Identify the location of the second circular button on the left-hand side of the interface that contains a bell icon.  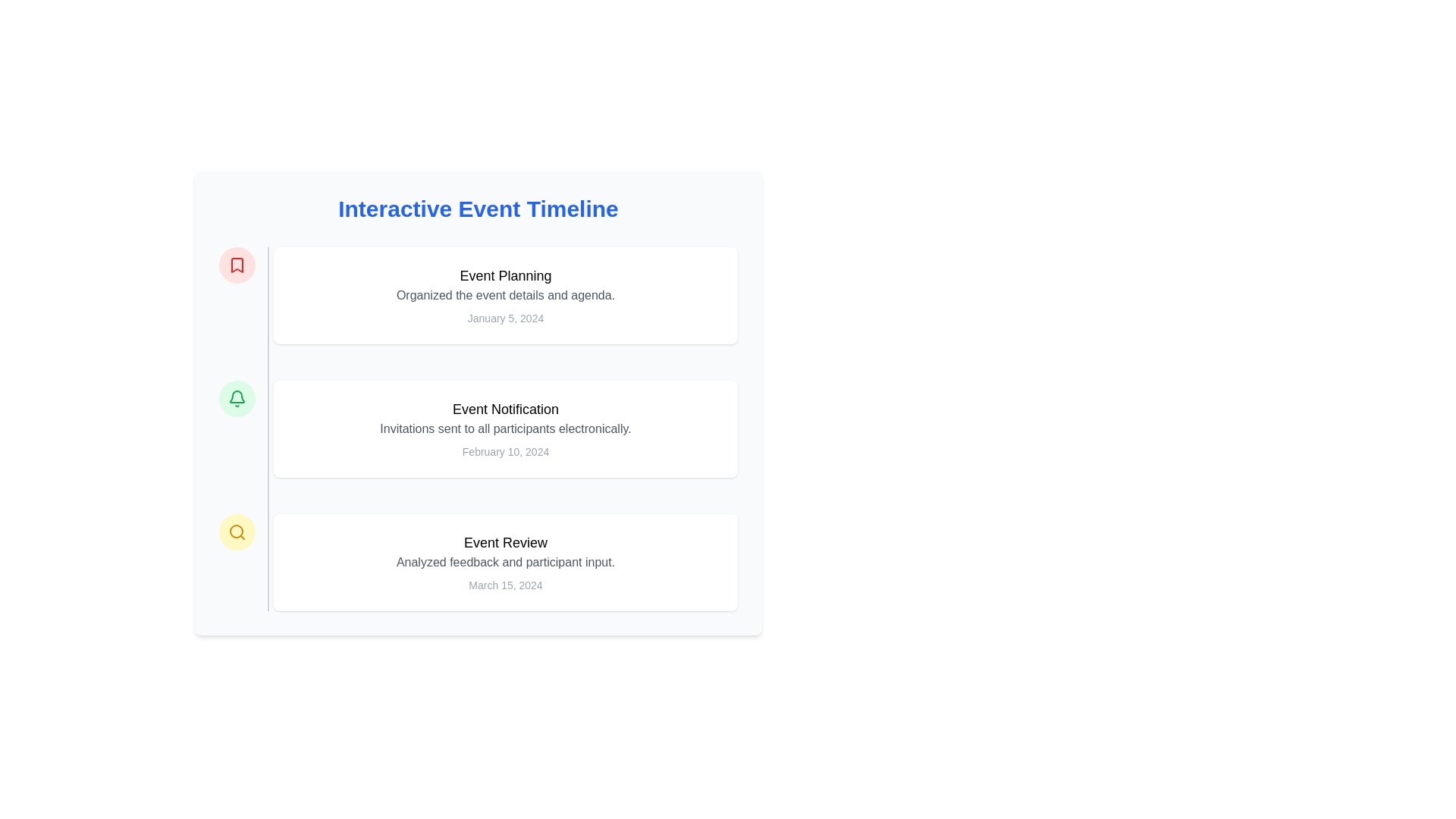
(236, 397).